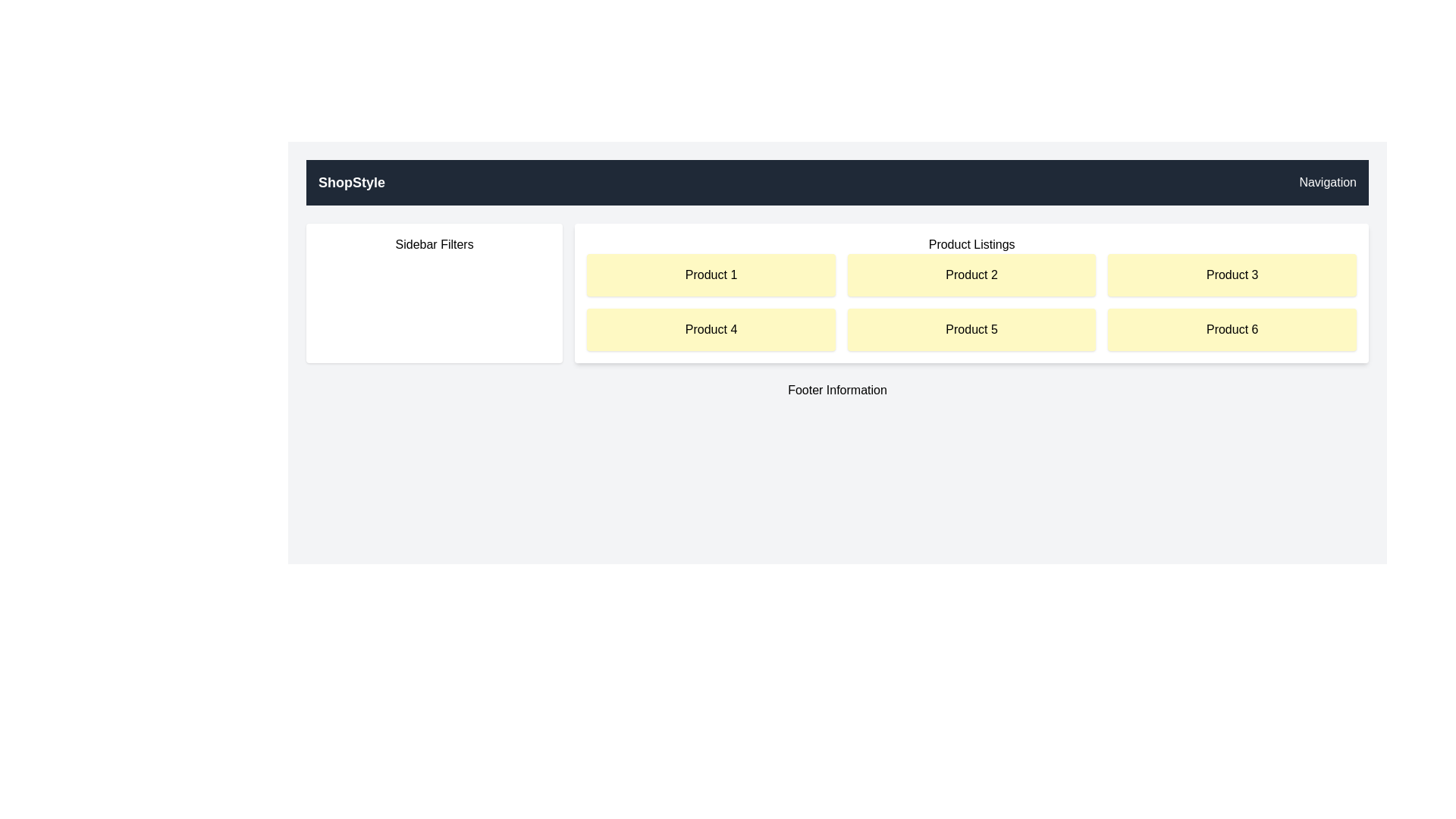 This screenshot has height=819, width=1456. I want to click on the 'Navigation' text label styled in white on a dark background, located at the far right side of the top header, so click(1327, 181).